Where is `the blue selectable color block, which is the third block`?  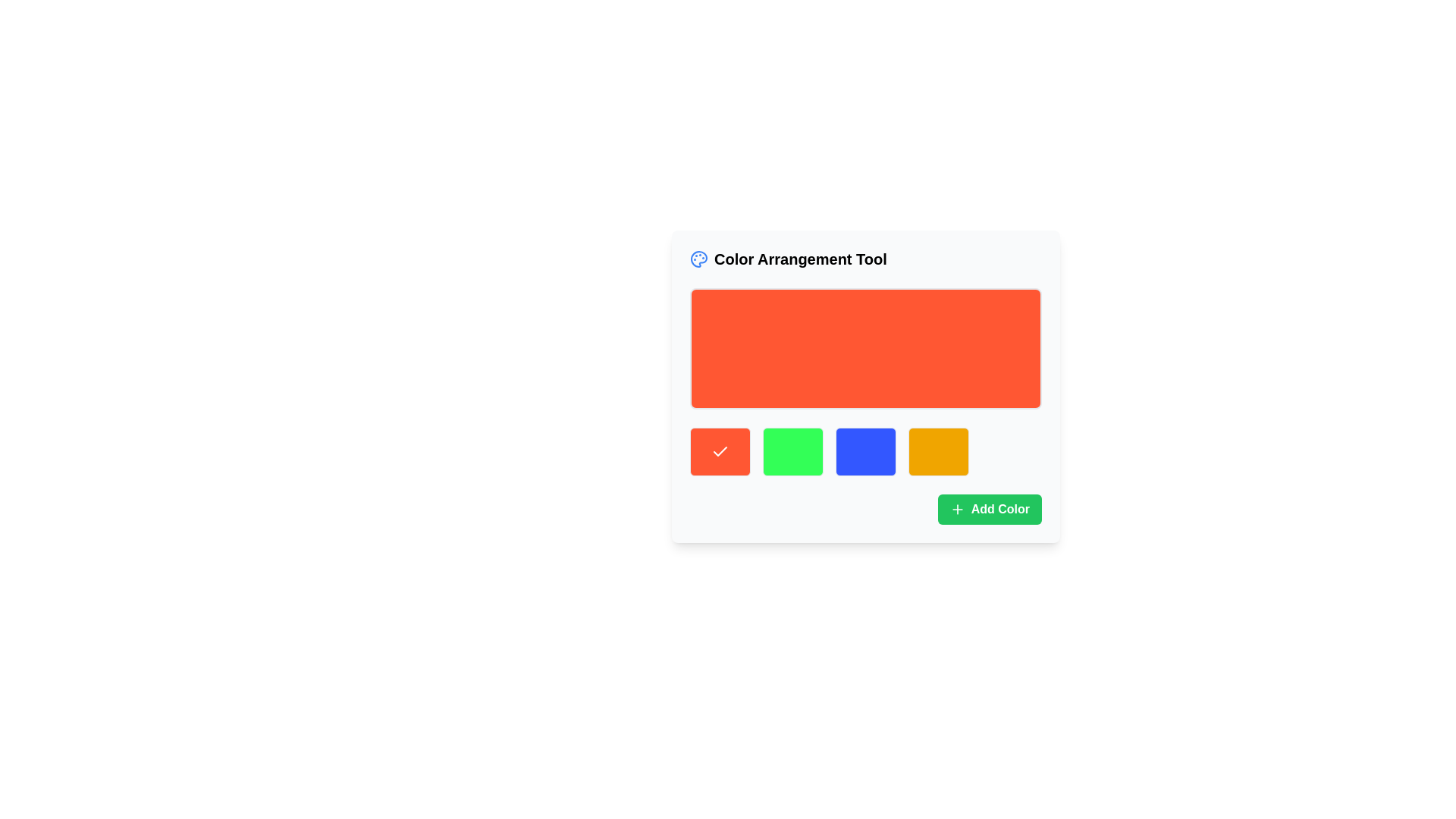
the blue selectable color block, which is the third block is located at coordinates (866, 451).